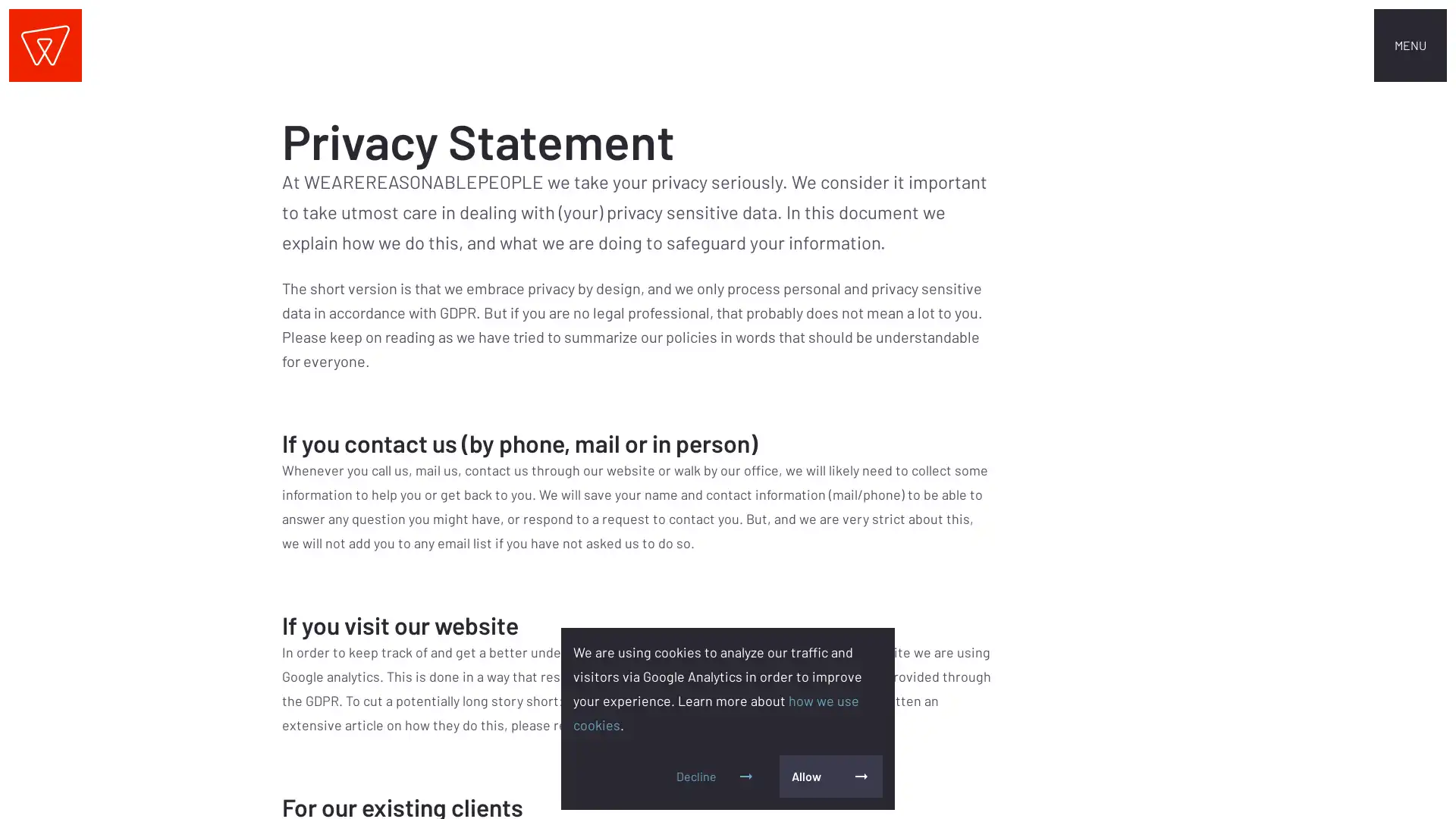  What do you see at coordinates (715, 776) in the screenshot?
I see `Decline` at bounding box center [715, 776].